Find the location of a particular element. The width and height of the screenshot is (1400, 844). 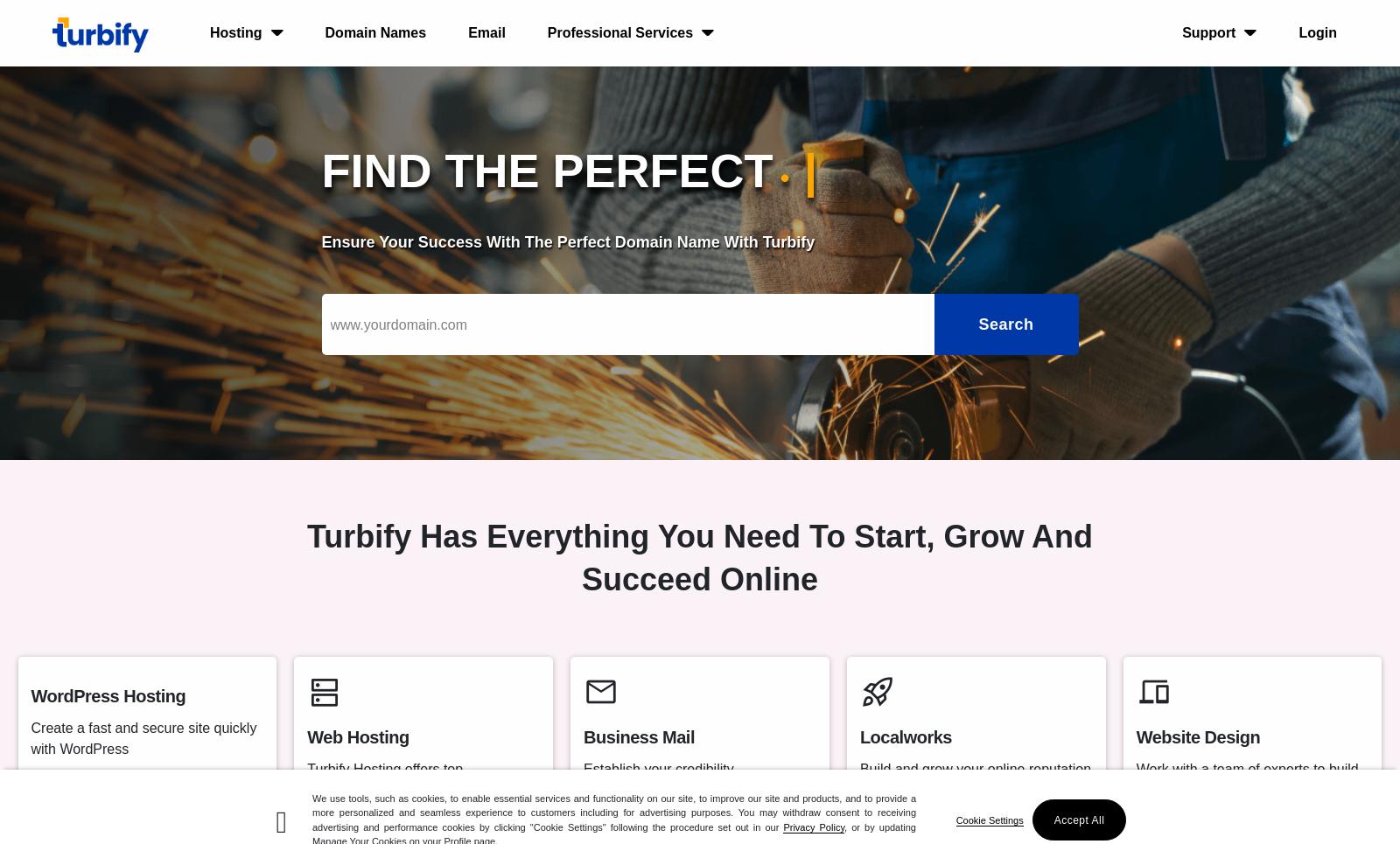

'Localworks' is located at coordinates (905, 736).